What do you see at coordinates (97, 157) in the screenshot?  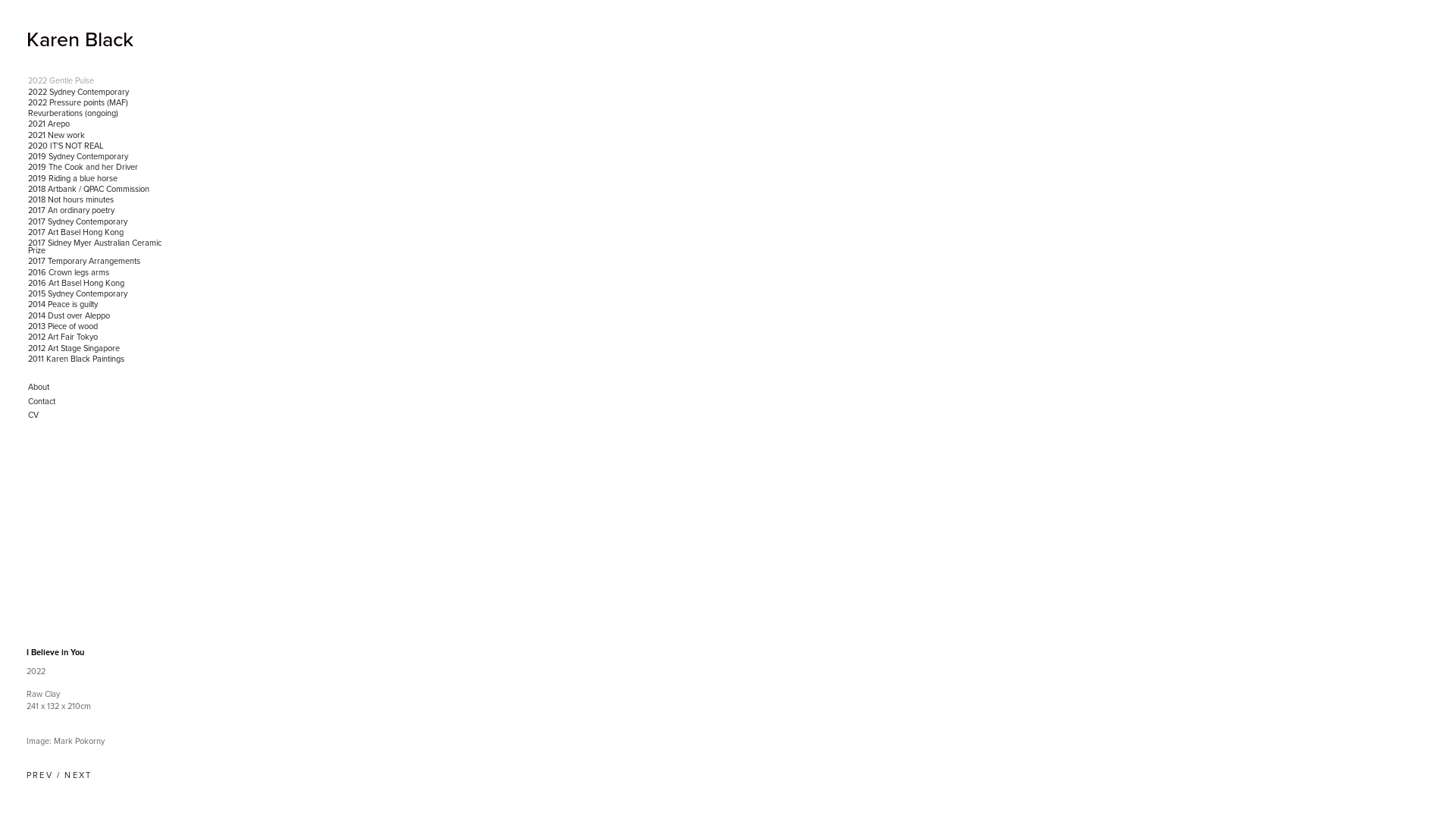 I see `'2019 Sydney Contemporary'` at bounding box center [97, 157].